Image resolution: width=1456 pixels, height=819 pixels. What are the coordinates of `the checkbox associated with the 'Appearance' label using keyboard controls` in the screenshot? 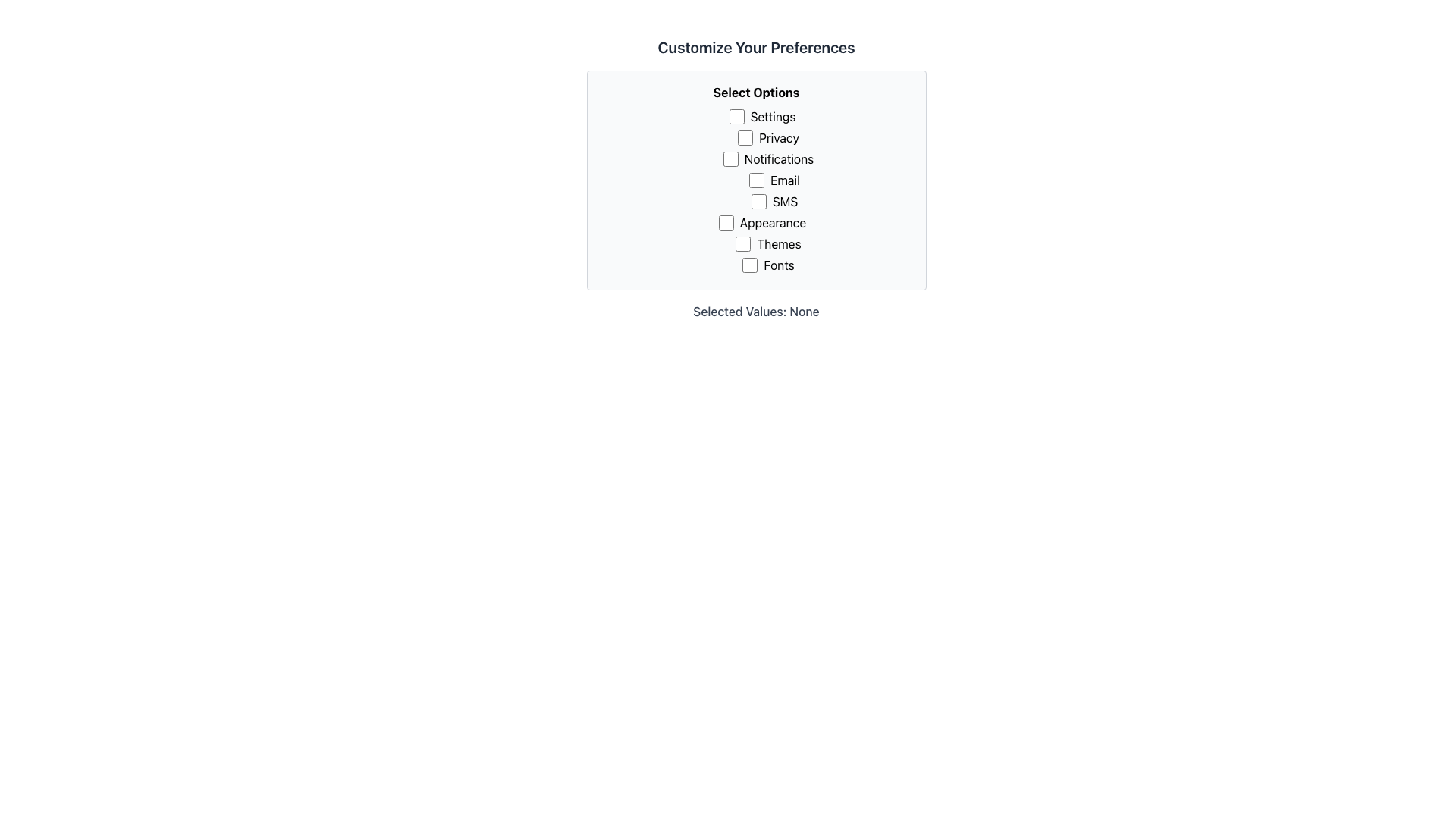 It's located at (725, 222).